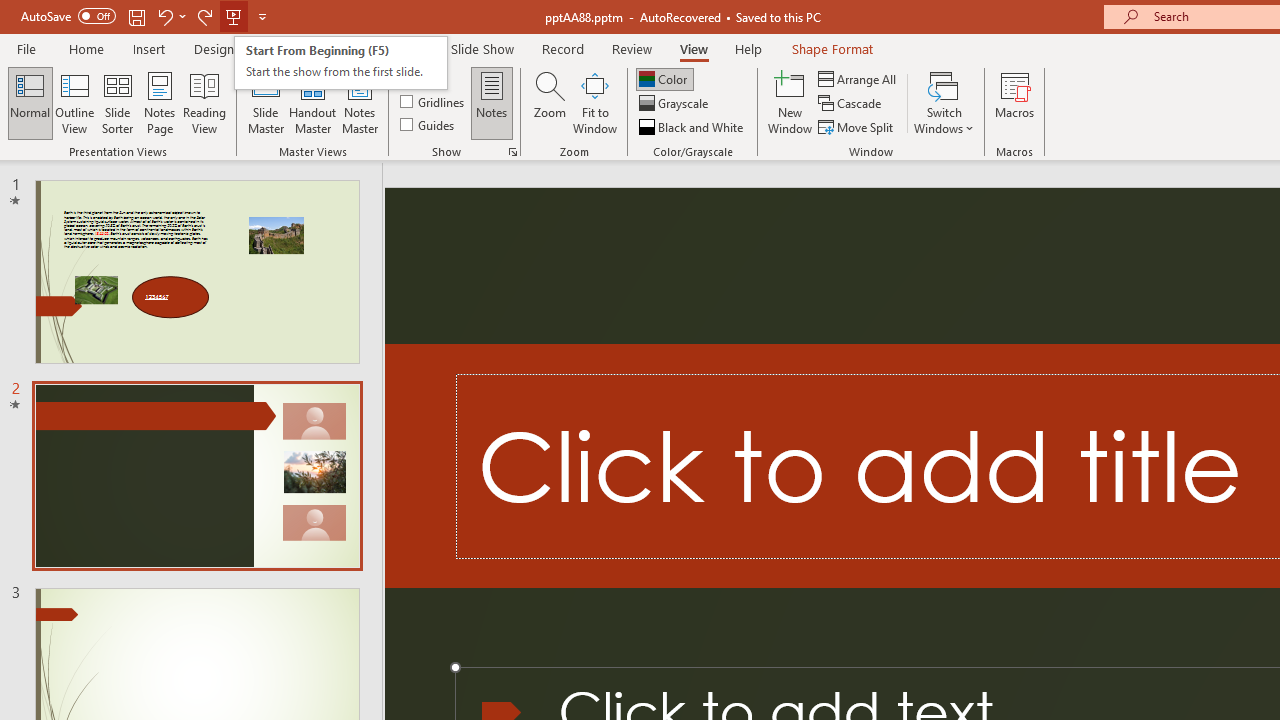 This screenshot has width=1280, height=720. What do you see at coordinates (664, 78) in the screenshot?
I see `'Color'` at bounding box center [664, 78].